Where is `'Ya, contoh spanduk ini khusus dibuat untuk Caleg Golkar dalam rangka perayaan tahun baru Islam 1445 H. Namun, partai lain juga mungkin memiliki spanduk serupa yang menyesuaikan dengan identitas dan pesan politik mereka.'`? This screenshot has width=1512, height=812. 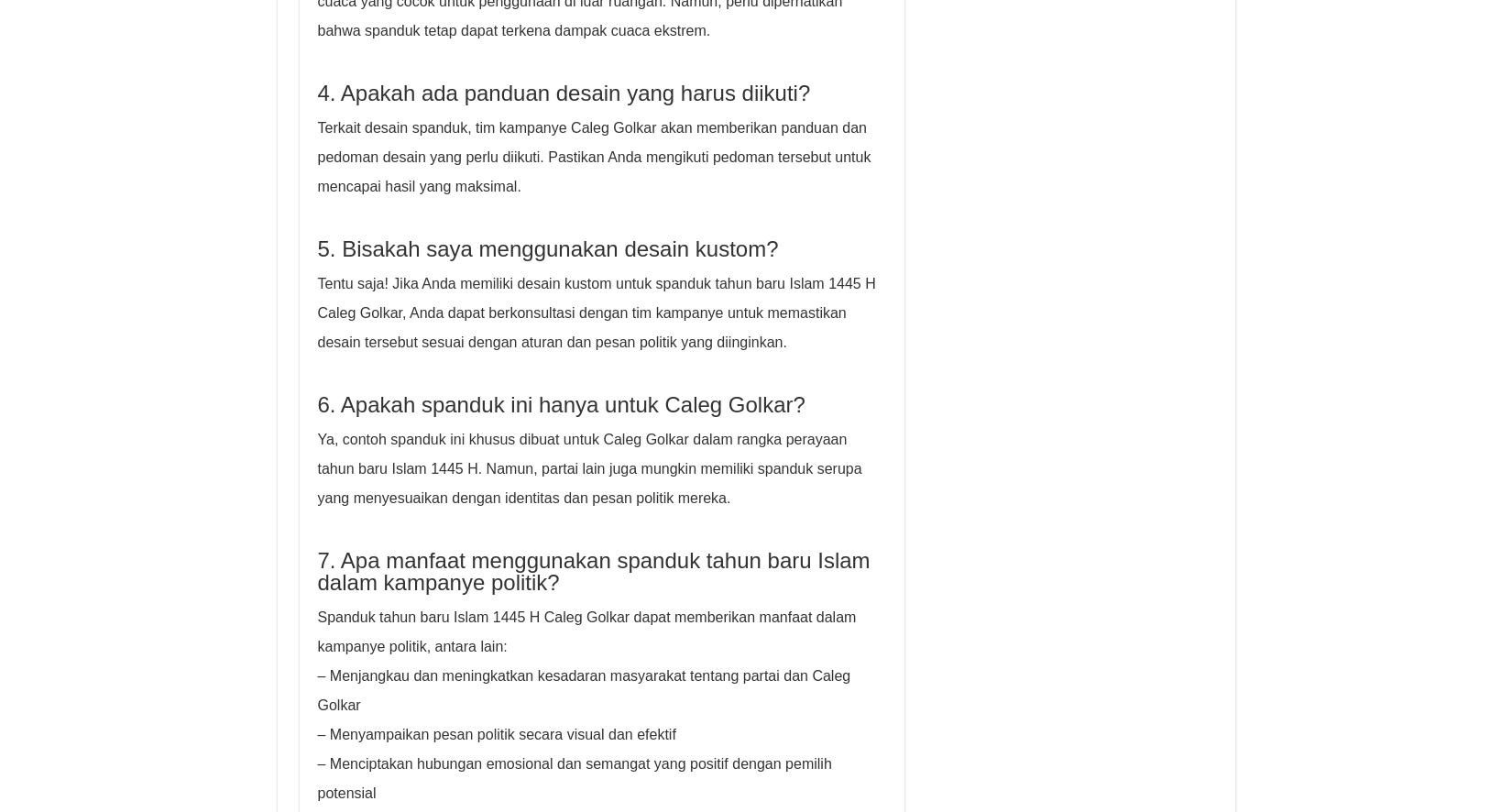 'Ya, contoh spanduk ini khusus dibuat untuk Caleg Golkar dalam rangka perayaan tahun baru Islam 1445 H. Namun, partai lain juga mungkin memiliki spanduk serupa yang menyesuaikan dengan identitas dan pesan politik mereka.' is located at coordinates (317, 467).